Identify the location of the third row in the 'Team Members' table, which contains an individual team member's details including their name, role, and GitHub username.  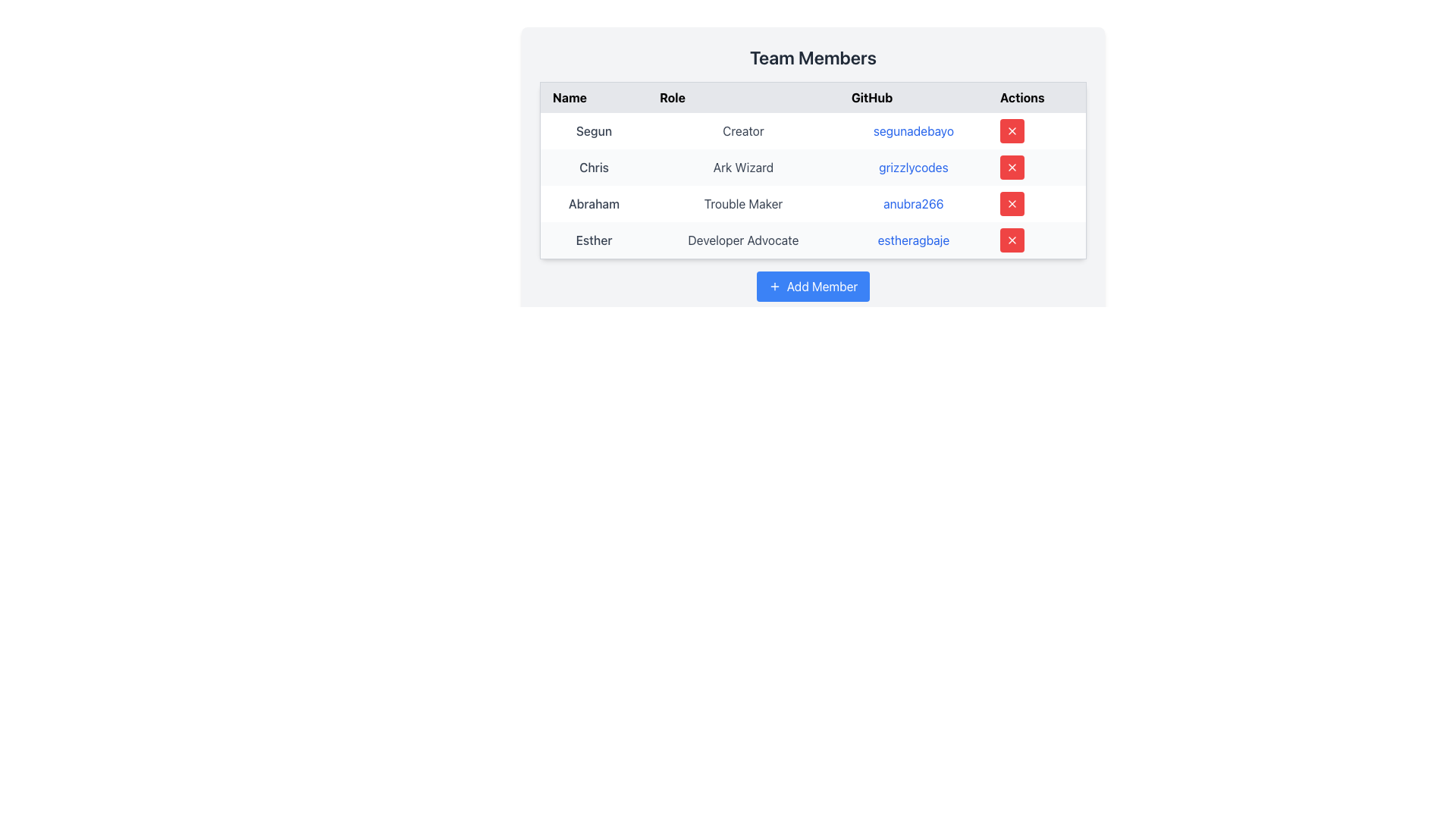
(812, 203).